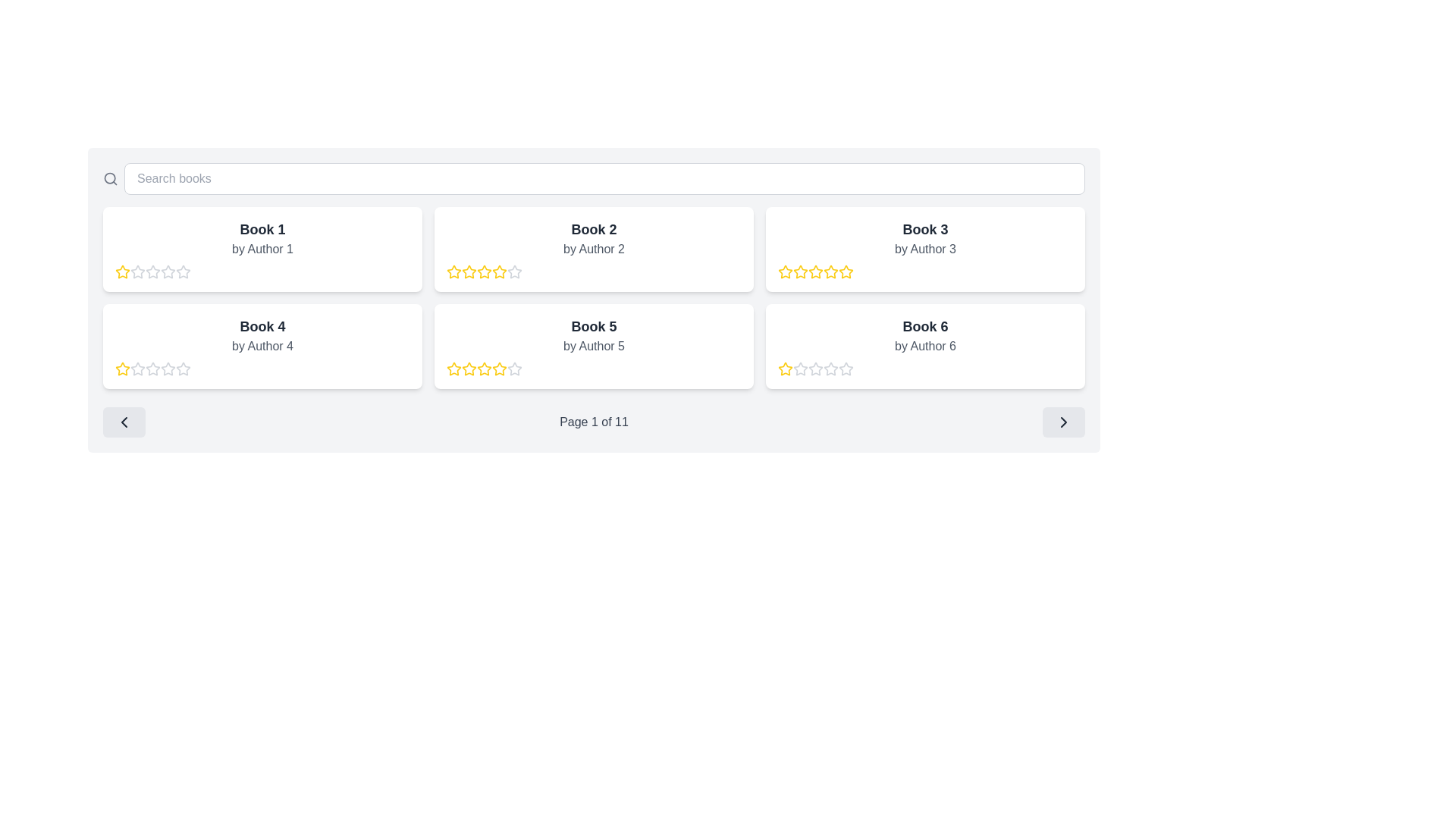 Image resolution: width=1456 pixels, height=819 pixels. What do you see at coordinates (593, 369) in the screenshot?
I see `a star in the rating component located at the bottom of the card labeled 'Book 5 by Author 5' to set a rating` at bounding box center [593, 369].